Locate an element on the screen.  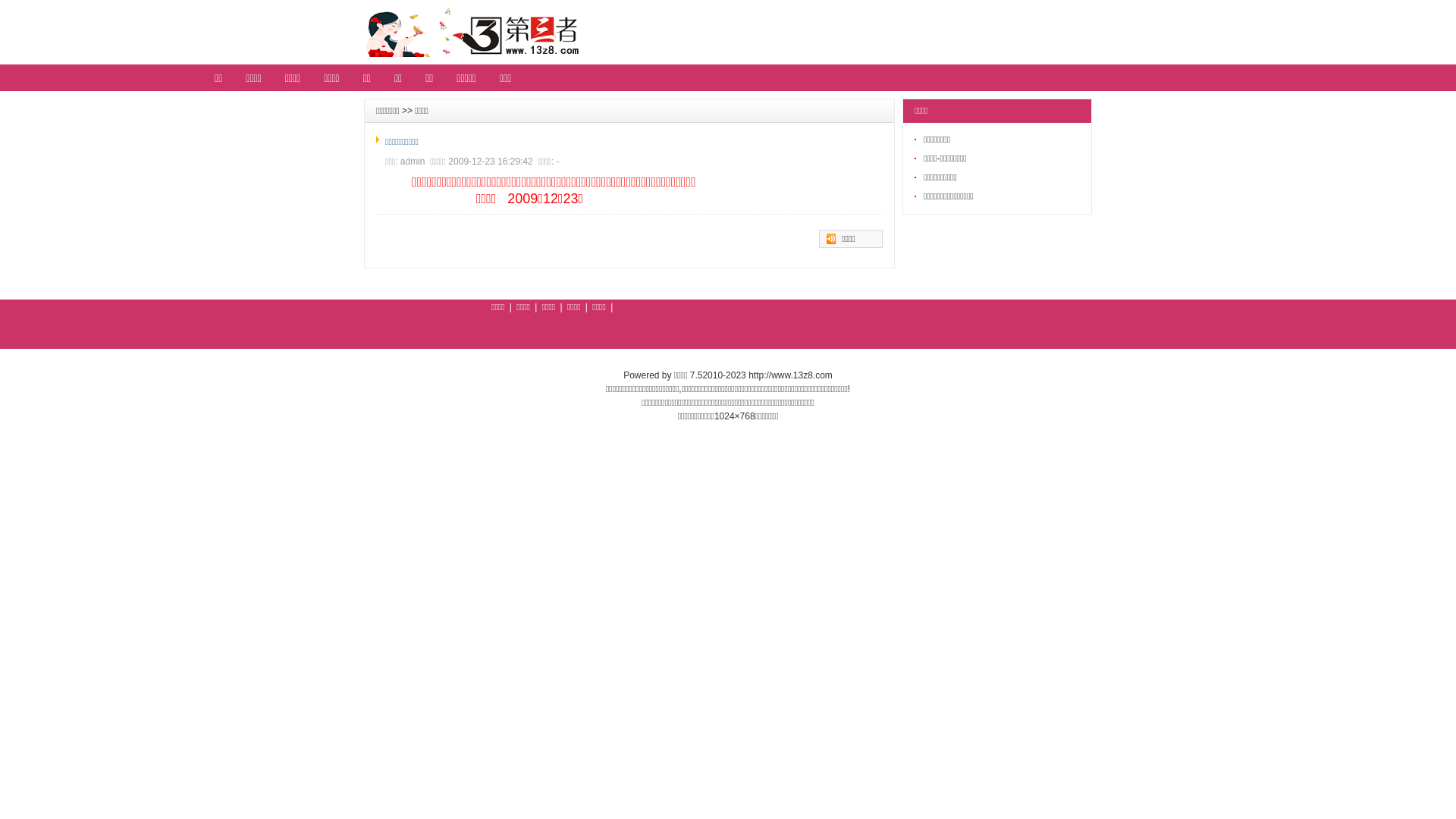
'http://www.13z8.com' is located at coordinates (748, 375).